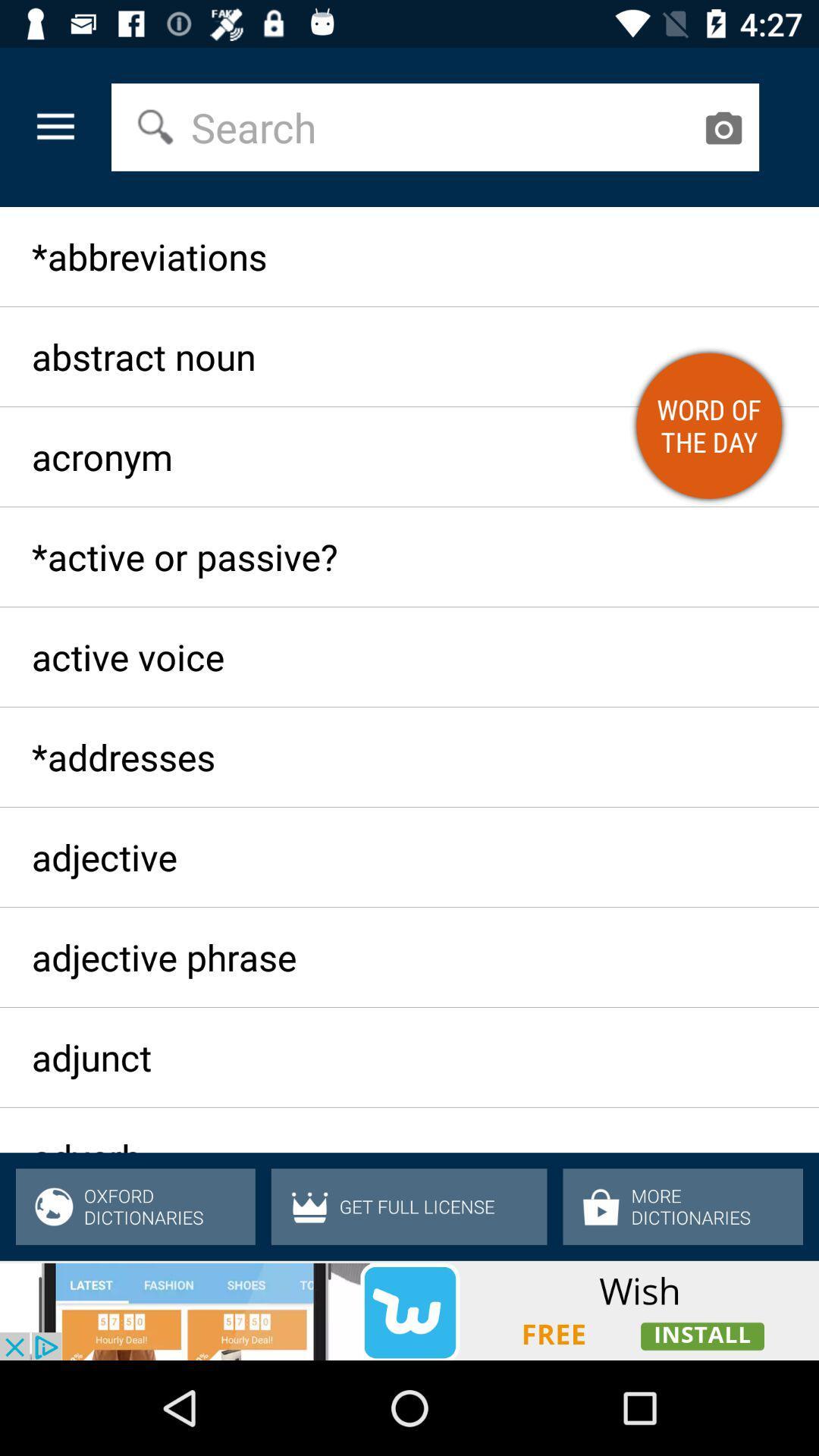 The width and height of the screenshot is (819, 1456). I want to click on advertisement, so click(409, 1310).